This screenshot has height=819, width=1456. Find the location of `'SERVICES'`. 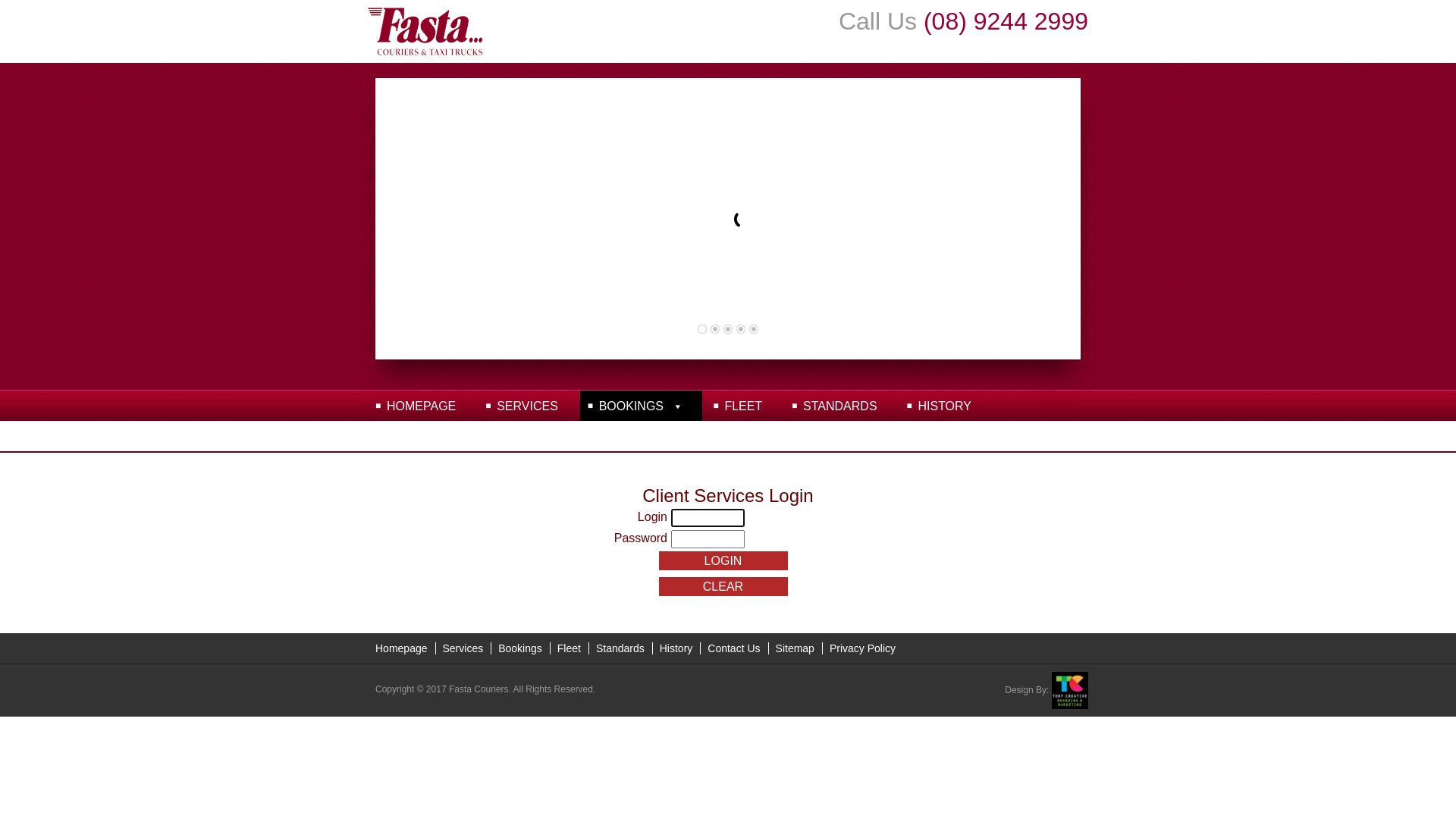

'SERVICES' is located at coordinates (527, 405).